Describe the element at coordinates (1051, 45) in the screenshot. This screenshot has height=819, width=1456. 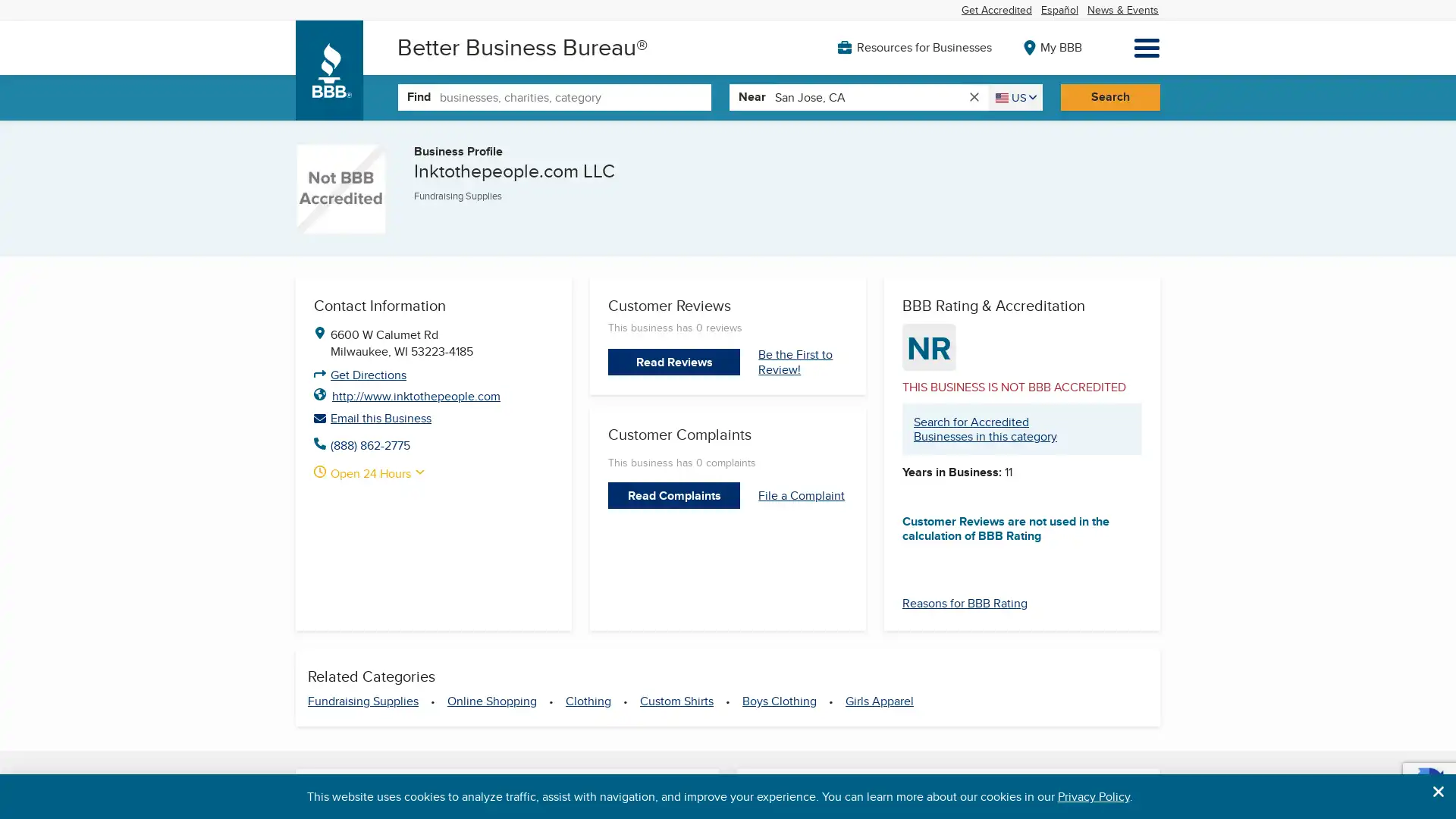
I see `My BBB` at that location.